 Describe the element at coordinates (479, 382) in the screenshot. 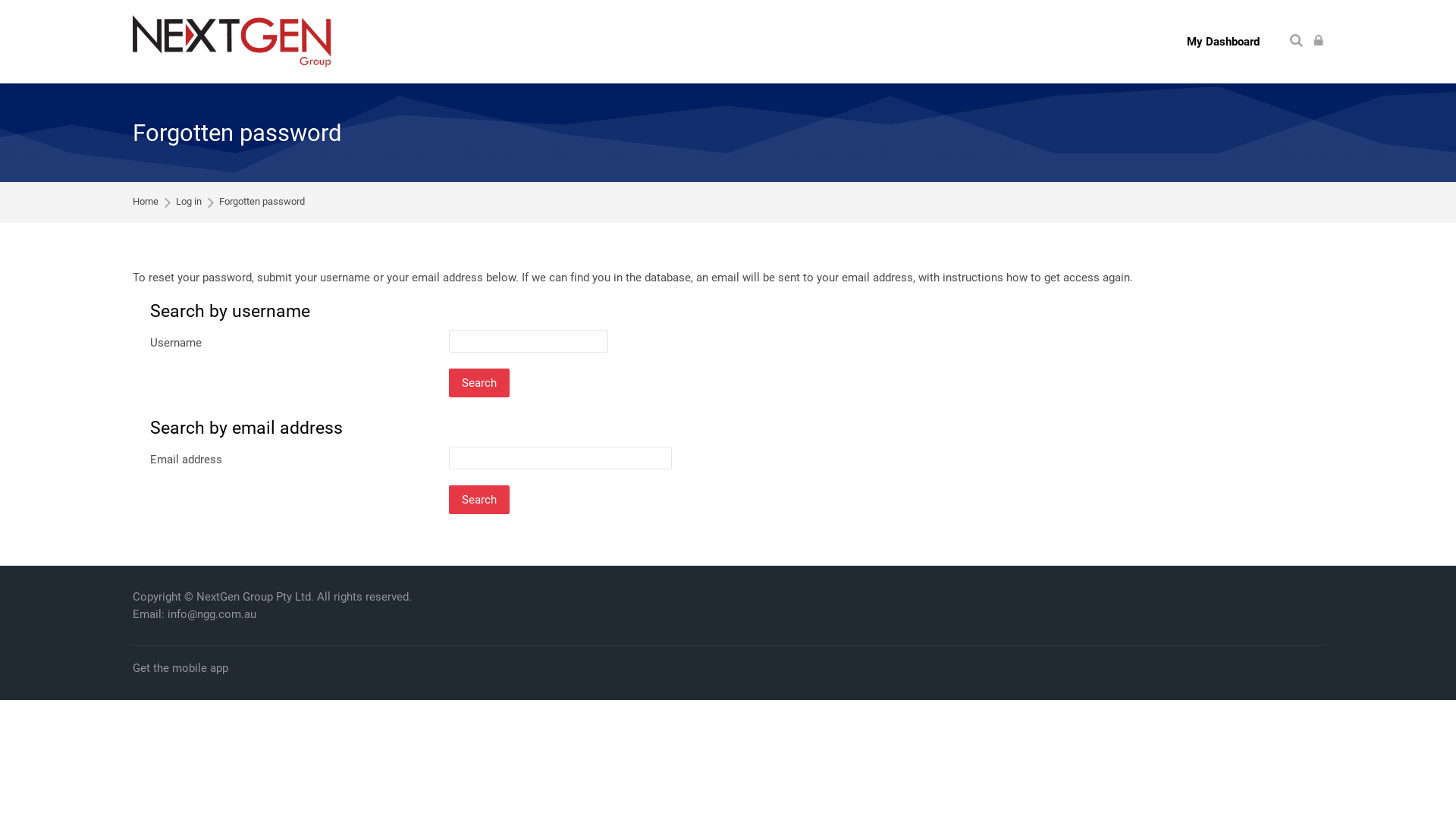

I see `'Search'` at that location.